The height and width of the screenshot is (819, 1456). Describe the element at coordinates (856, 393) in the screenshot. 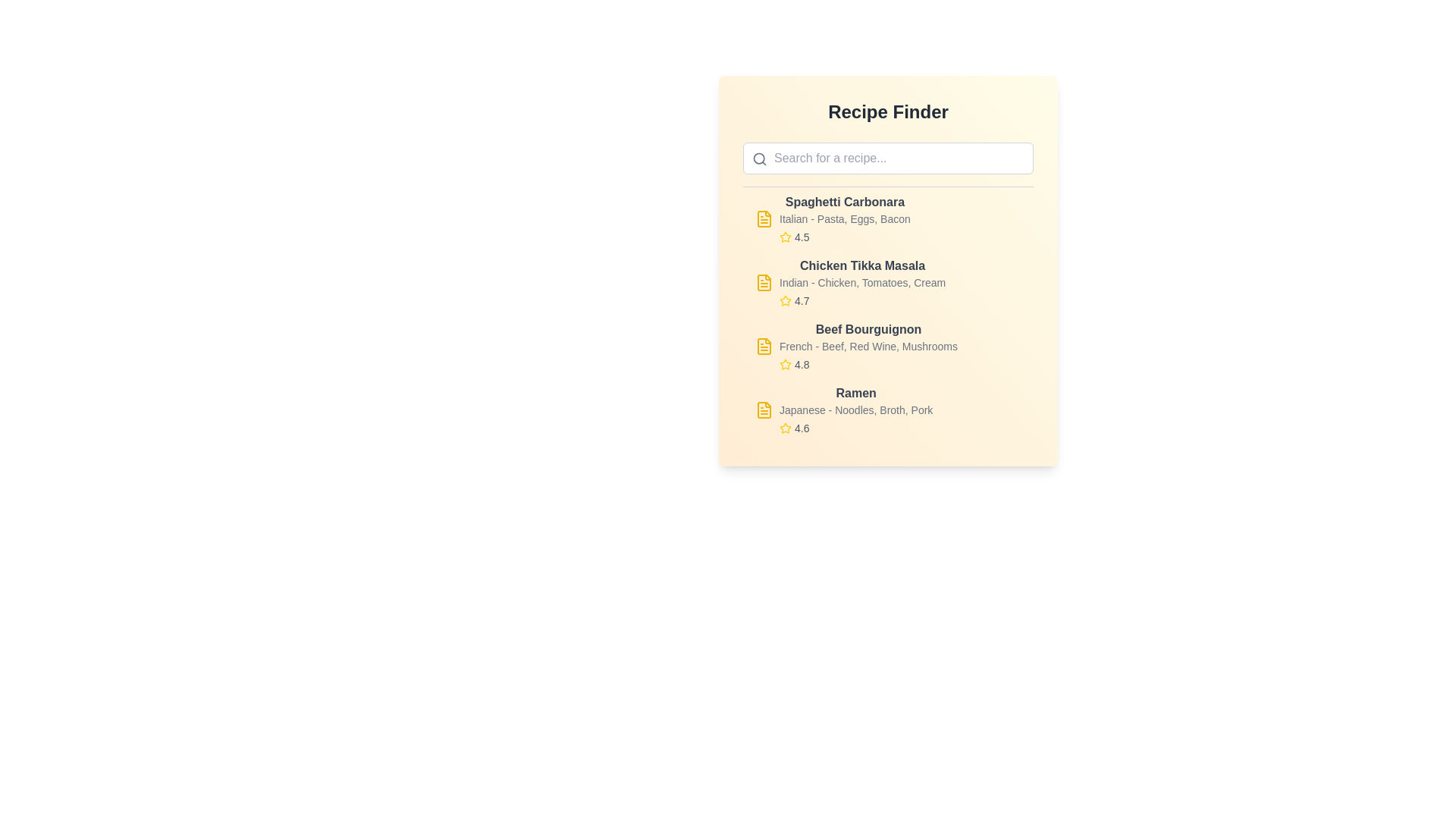

I see `label displaying the bold text 'Ramen' which is part of the recipe listing and is positioned above the description text in the fourth item of the vertical recipe list` at that location.